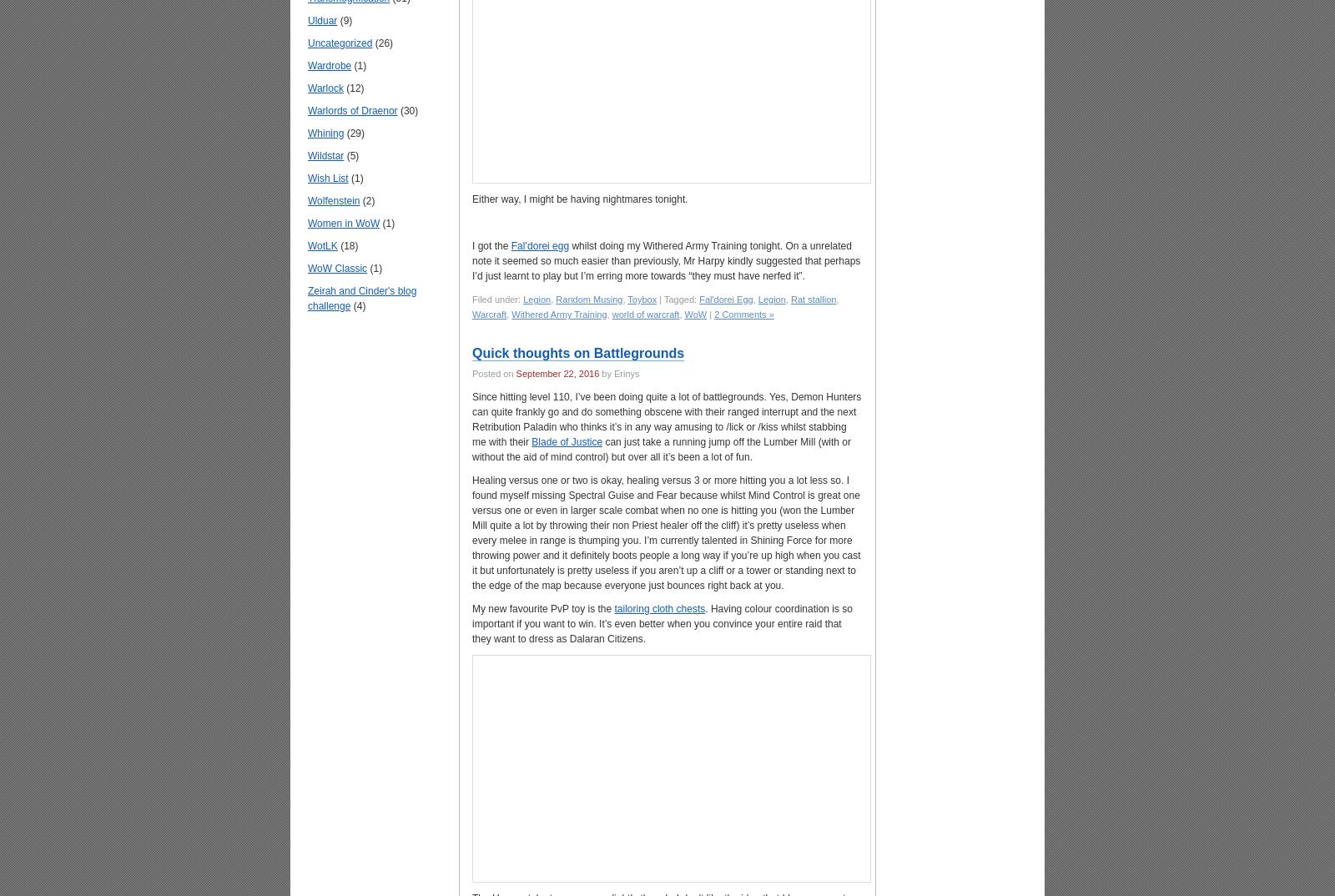 The width and height of the screenshot is (1335, 896). Describe the element at coordinates (307, 296) in the screenshot. I see `'Zeirah and Cinder's blog challenge'` at that location.